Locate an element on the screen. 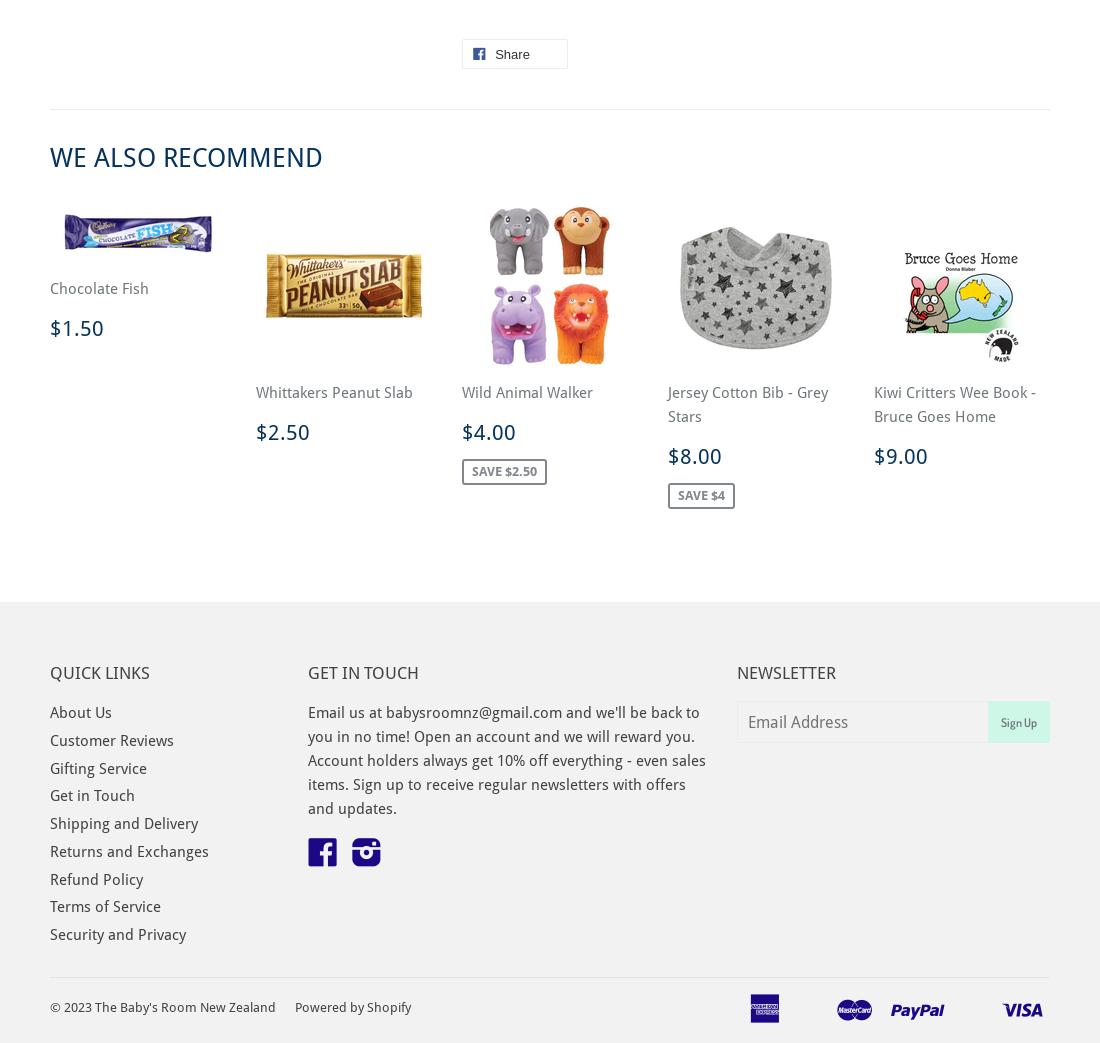  'The Baby's Room New Zealand' is located at coordinates (184, 1007).